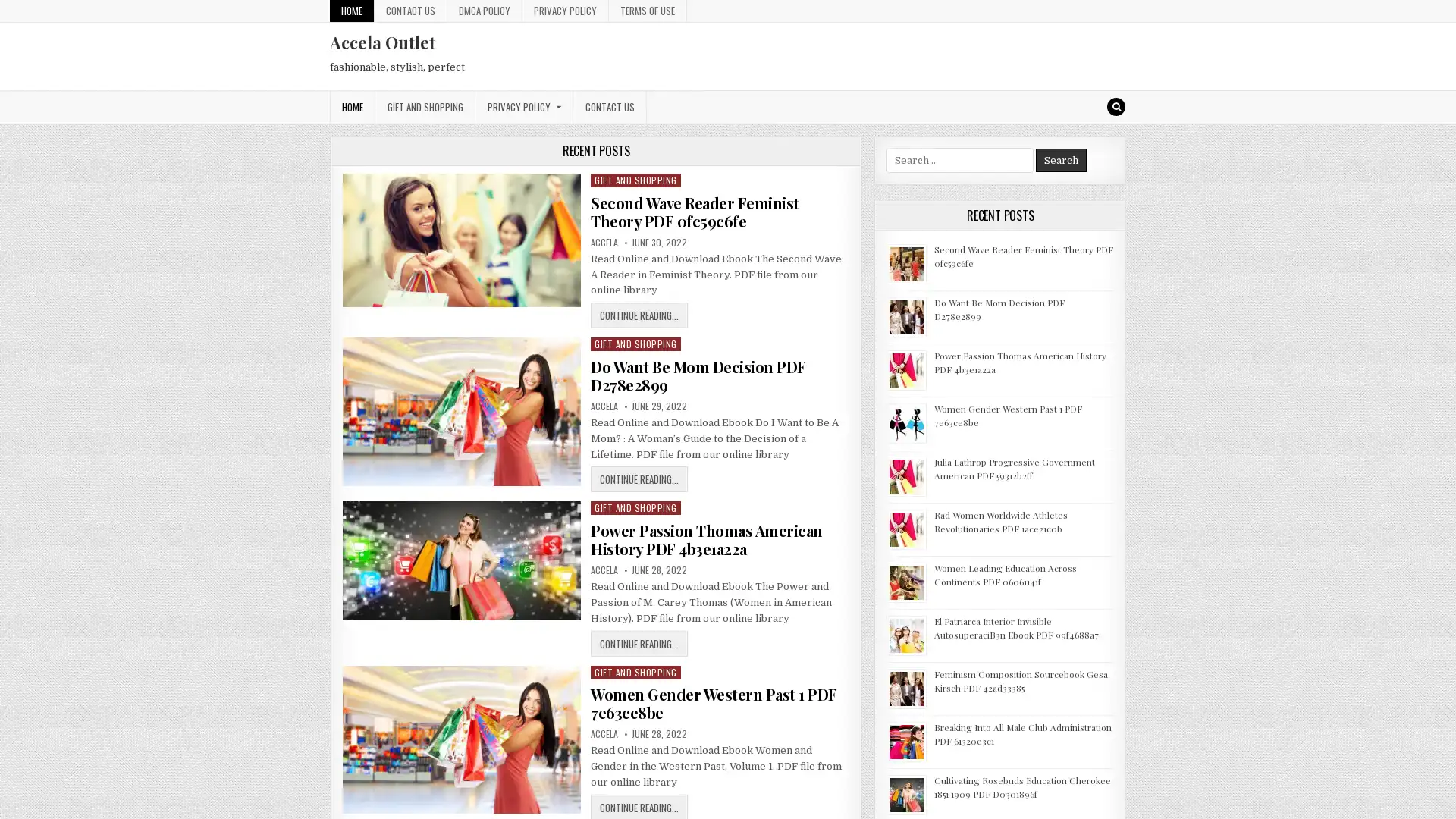  What do you see at coordinates (1060, 160) in the screenshot?
I see `Search` at bounding box center [1060, 160].